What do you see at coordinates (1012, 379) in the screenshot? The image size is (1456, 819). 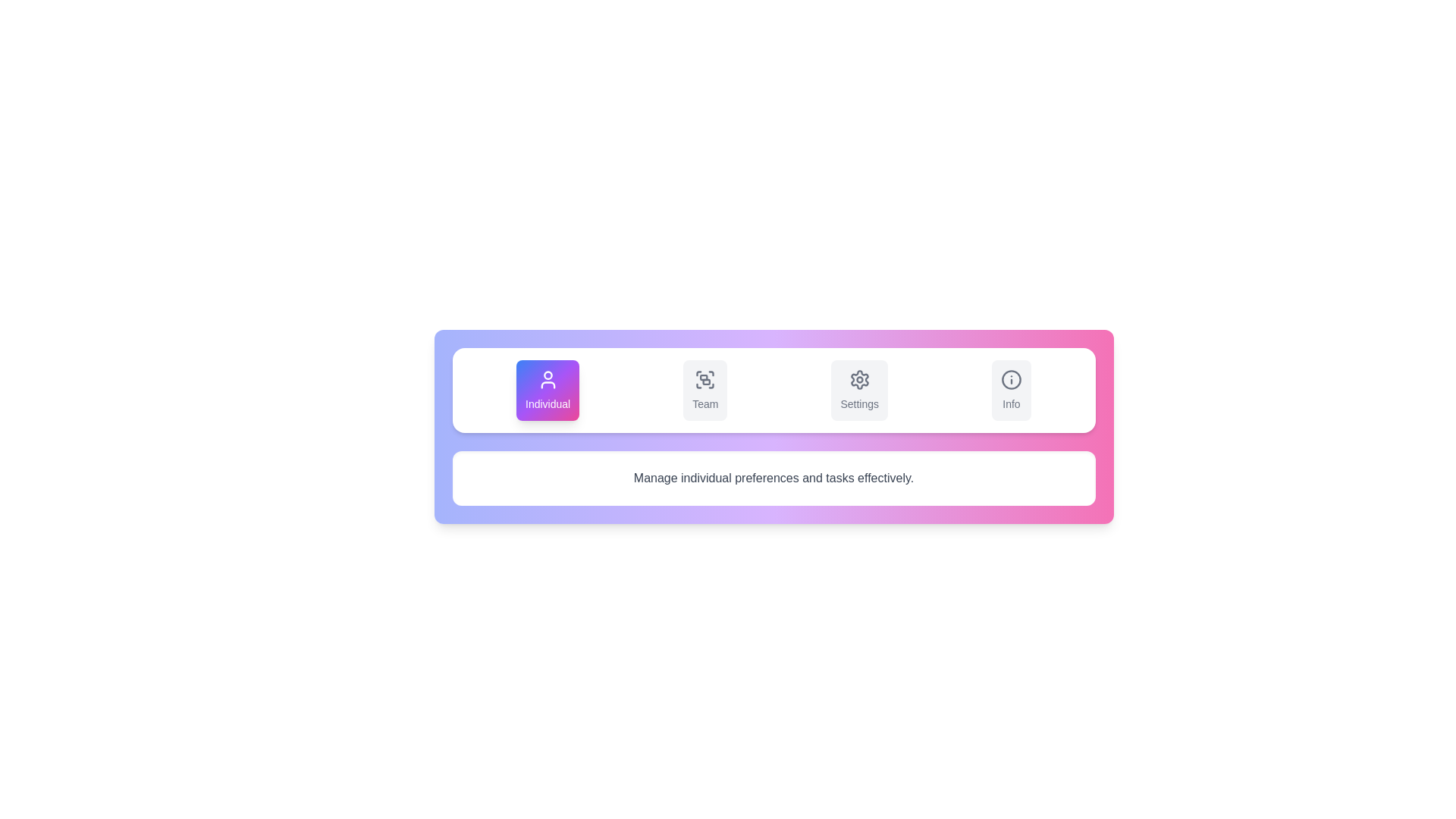 I see `the circular SVG shape that is part of the 'Info' button located at the far-right of the top bar of buttons` at bounding box center [1012, 379].